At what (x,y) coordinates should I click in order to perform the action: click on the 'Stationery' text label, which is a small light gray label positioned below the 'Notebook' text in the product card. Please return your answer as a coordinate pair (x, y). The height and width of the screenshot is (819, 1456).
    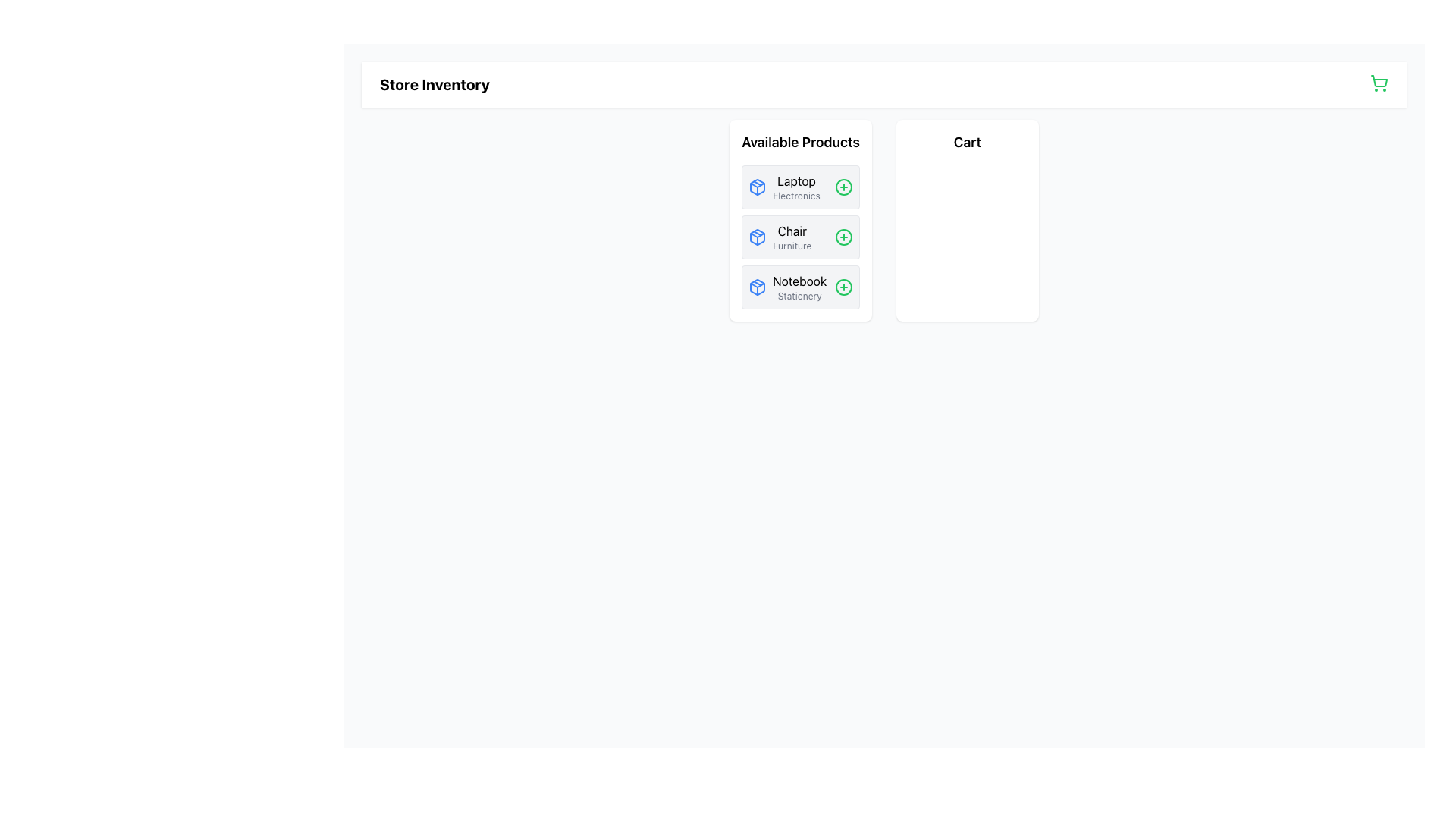
    Looking at the image, I should click on (799, 296).